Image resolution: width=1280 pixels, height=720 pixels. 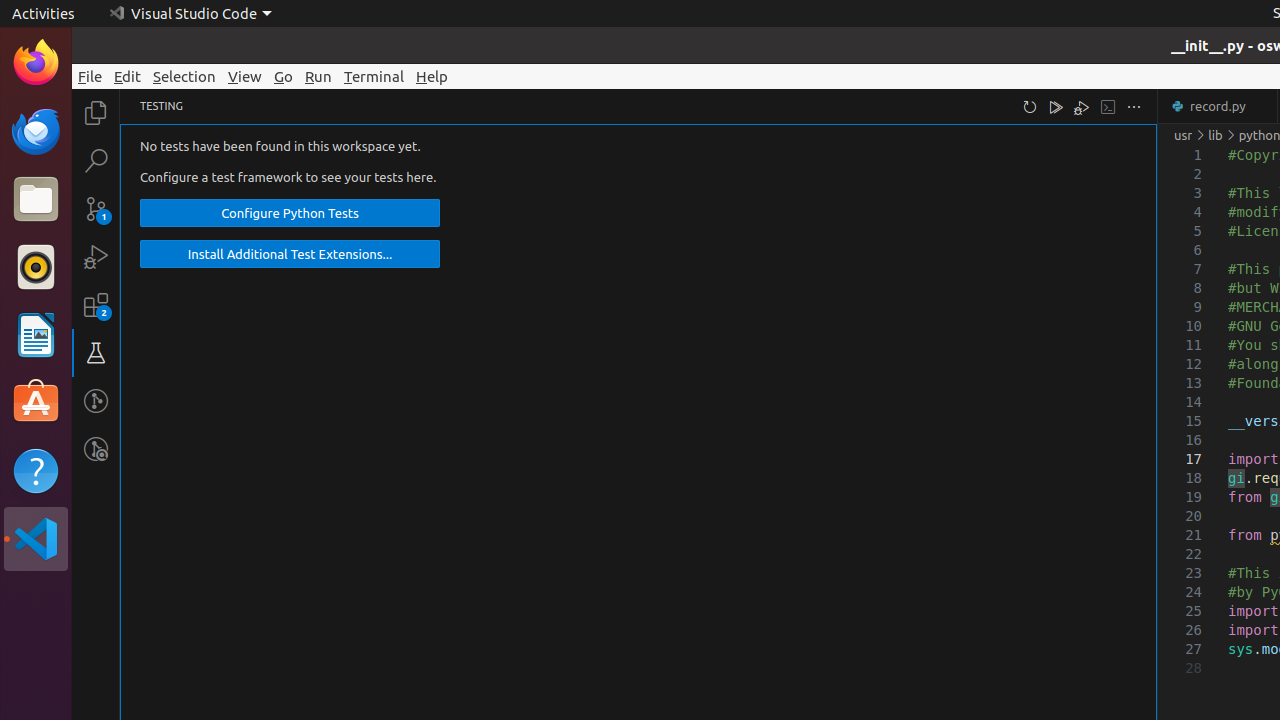 I want to click on 'Terminal', so click(x=374, y=75).